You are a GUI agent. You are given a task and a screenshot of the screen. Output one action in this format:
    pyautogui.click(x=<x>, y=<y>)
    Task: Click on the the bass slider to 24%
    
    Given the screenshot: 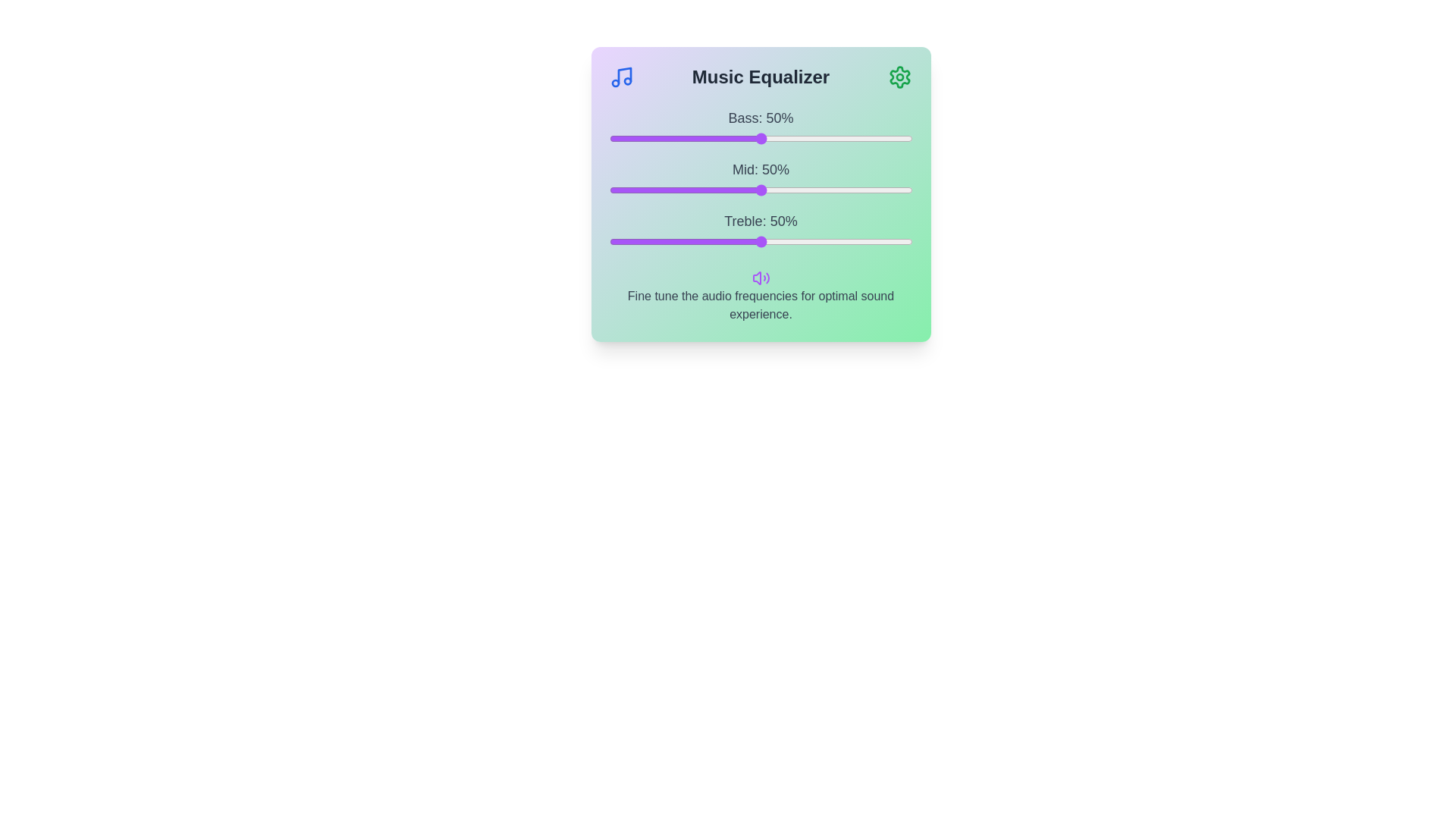 What is the action you would take?
    pyautogui.click(x=681, y=138)
    